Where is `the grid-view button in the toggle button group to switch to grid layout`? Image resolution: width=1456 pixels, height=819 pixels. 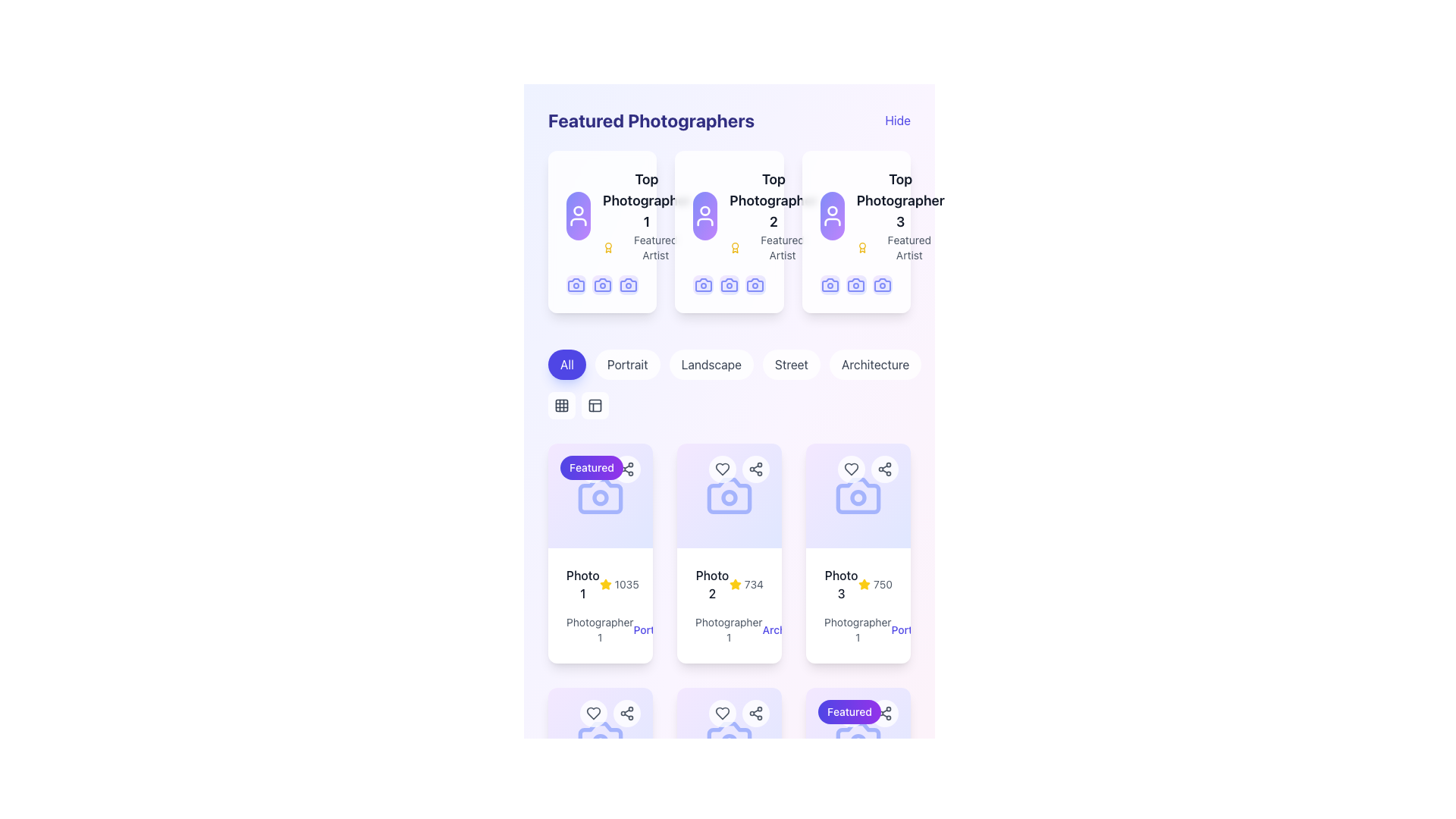 the grid-view button in the toggle button group to switch to grid layout is located at coordinates (578, 405).